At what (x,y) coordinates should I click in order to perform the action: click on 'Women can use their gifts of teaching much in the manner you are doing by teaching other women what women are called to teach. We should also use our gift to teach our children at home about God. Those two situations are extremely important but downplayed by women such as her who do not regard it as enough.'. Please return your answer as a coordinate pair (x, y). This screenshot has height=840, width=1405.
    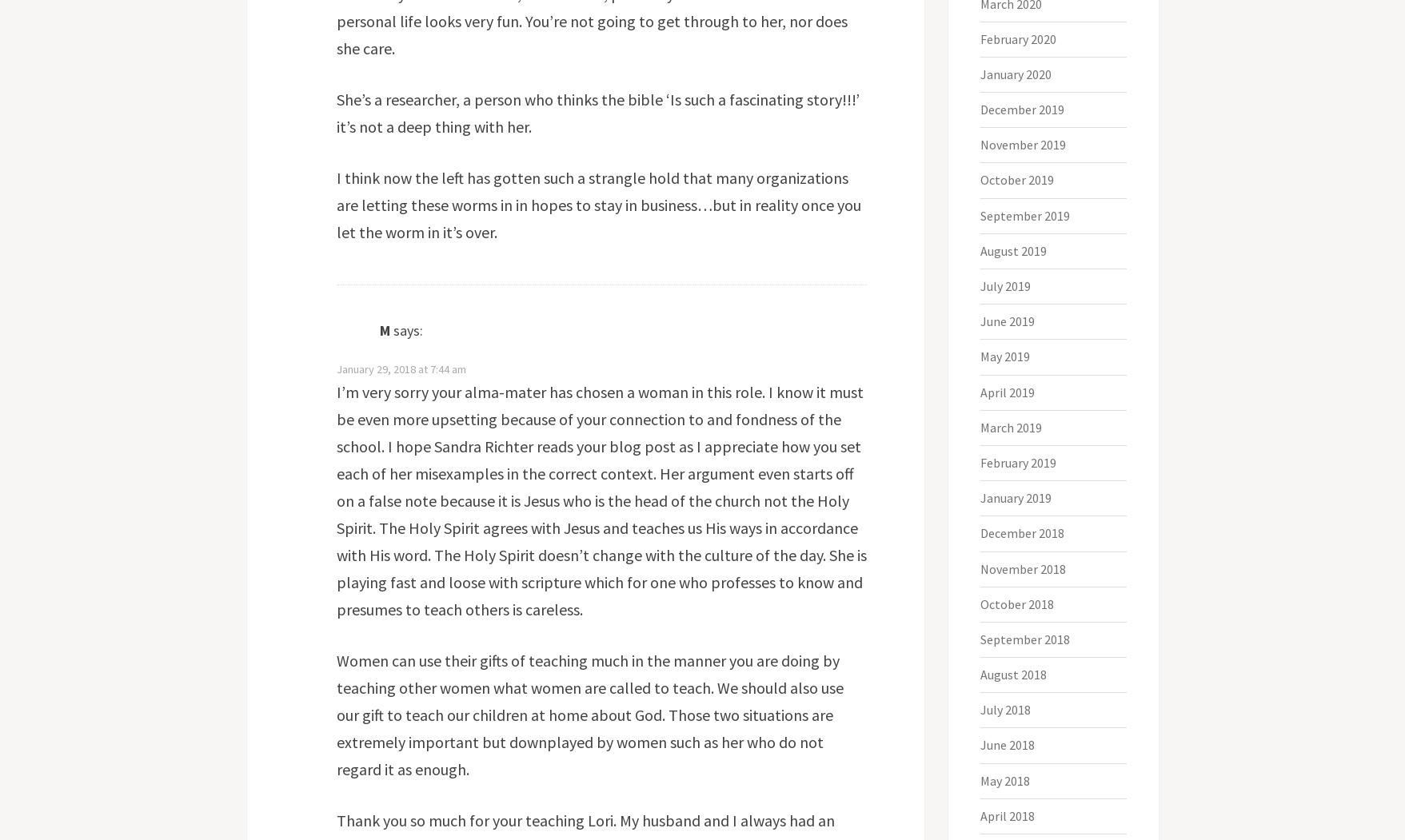
    Looking at the image, I should click on (334, 715).